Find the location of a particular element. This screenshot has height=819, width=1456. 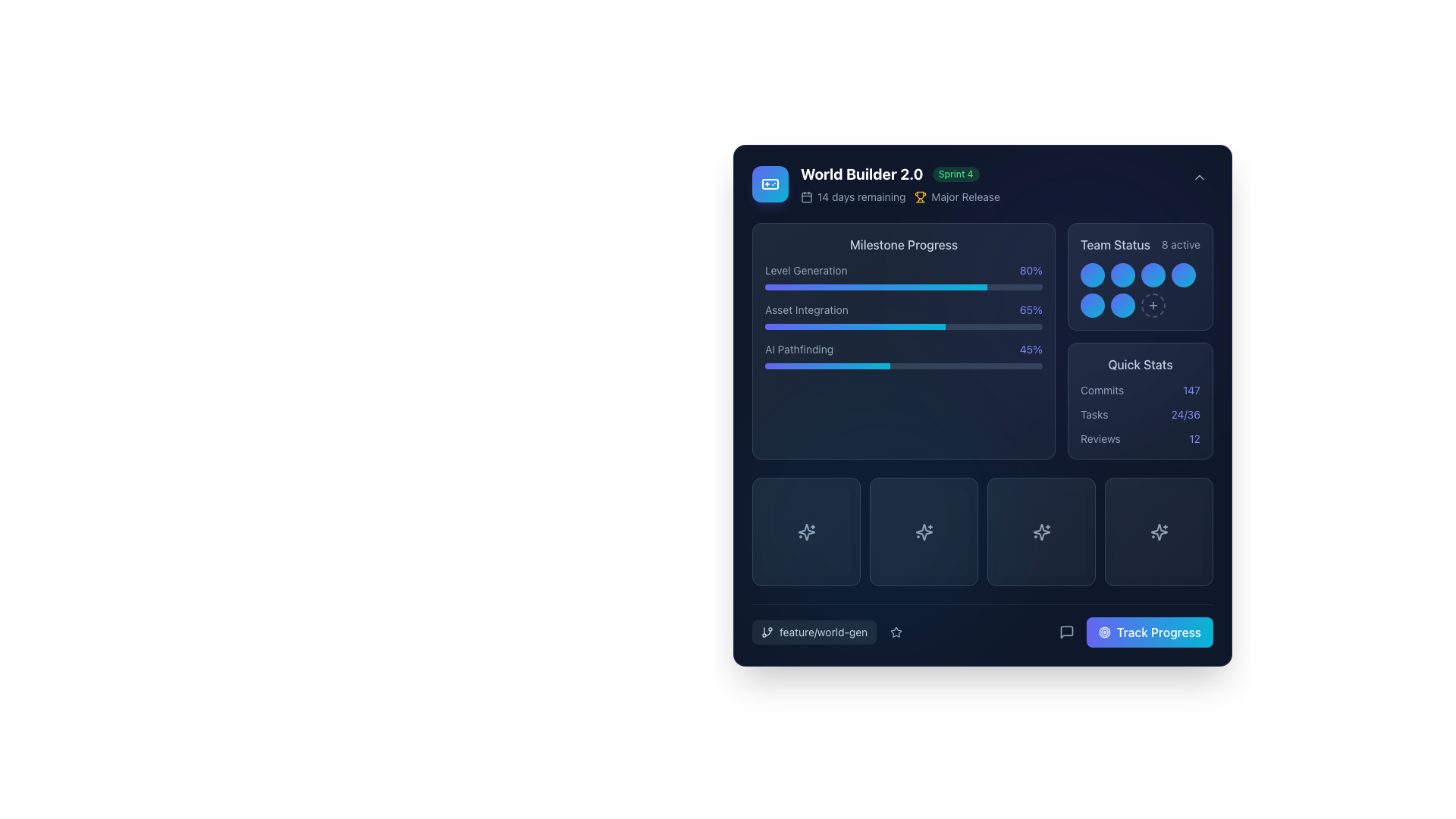

the progress bar that visually represents the progress of the 'Asset Integration' task, which is currently at 65%, located below the 'Asset Integration' label and percentage text within the 'Milestone Progress' group is located at coordinates (903, 326).